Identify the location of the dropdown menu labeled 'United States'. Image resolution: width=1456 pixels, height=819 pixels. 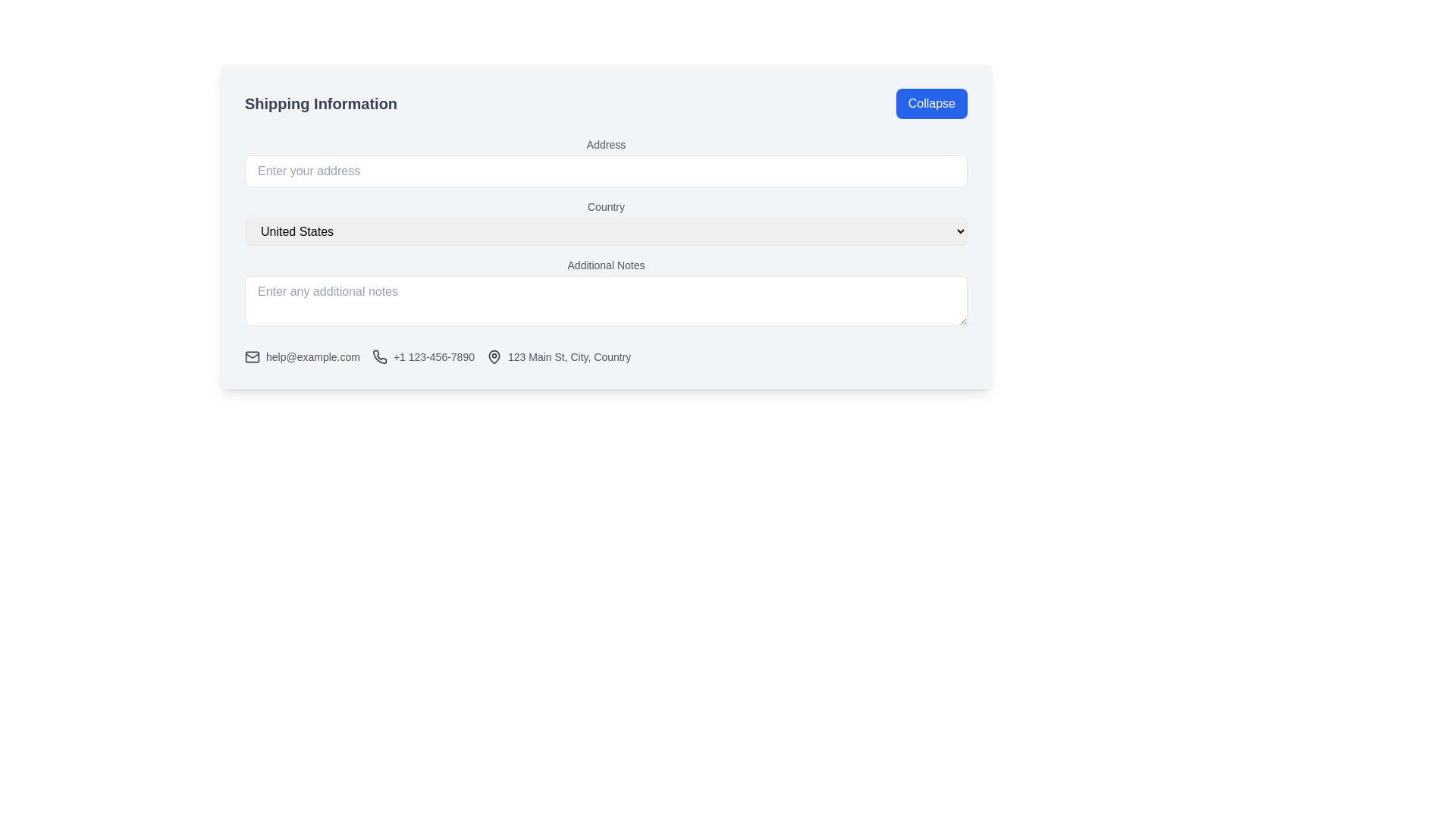
(605, 231).